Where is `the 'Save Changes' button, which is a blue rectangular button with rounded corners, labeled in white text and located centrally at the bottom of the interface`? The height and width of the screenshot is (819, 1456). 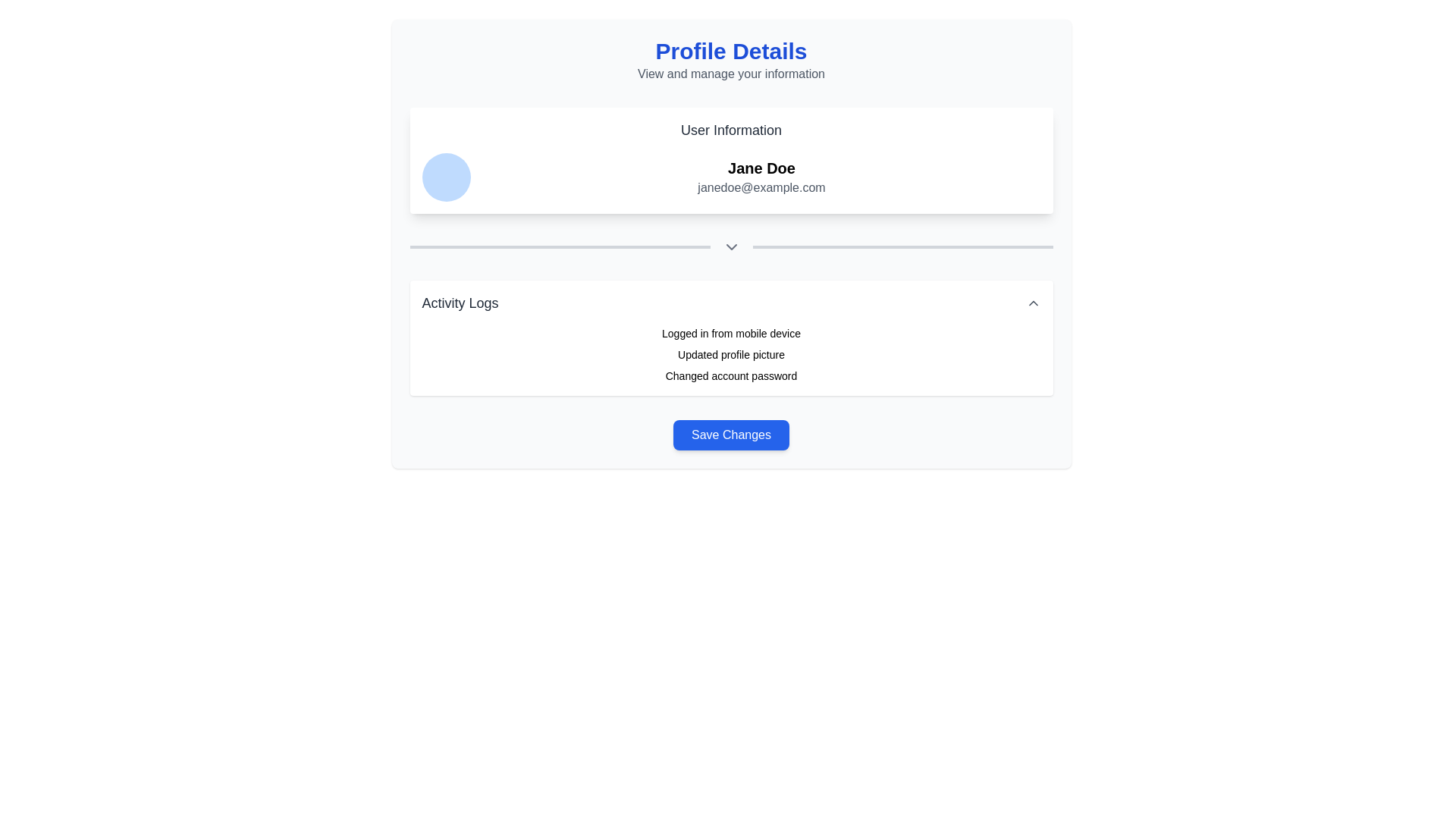
the 'Save Changes' button, which is a blue rectangular button with rounded corners, labeled in white text and located centrally at the bottom of the interface is located at coordinates (731, 435).